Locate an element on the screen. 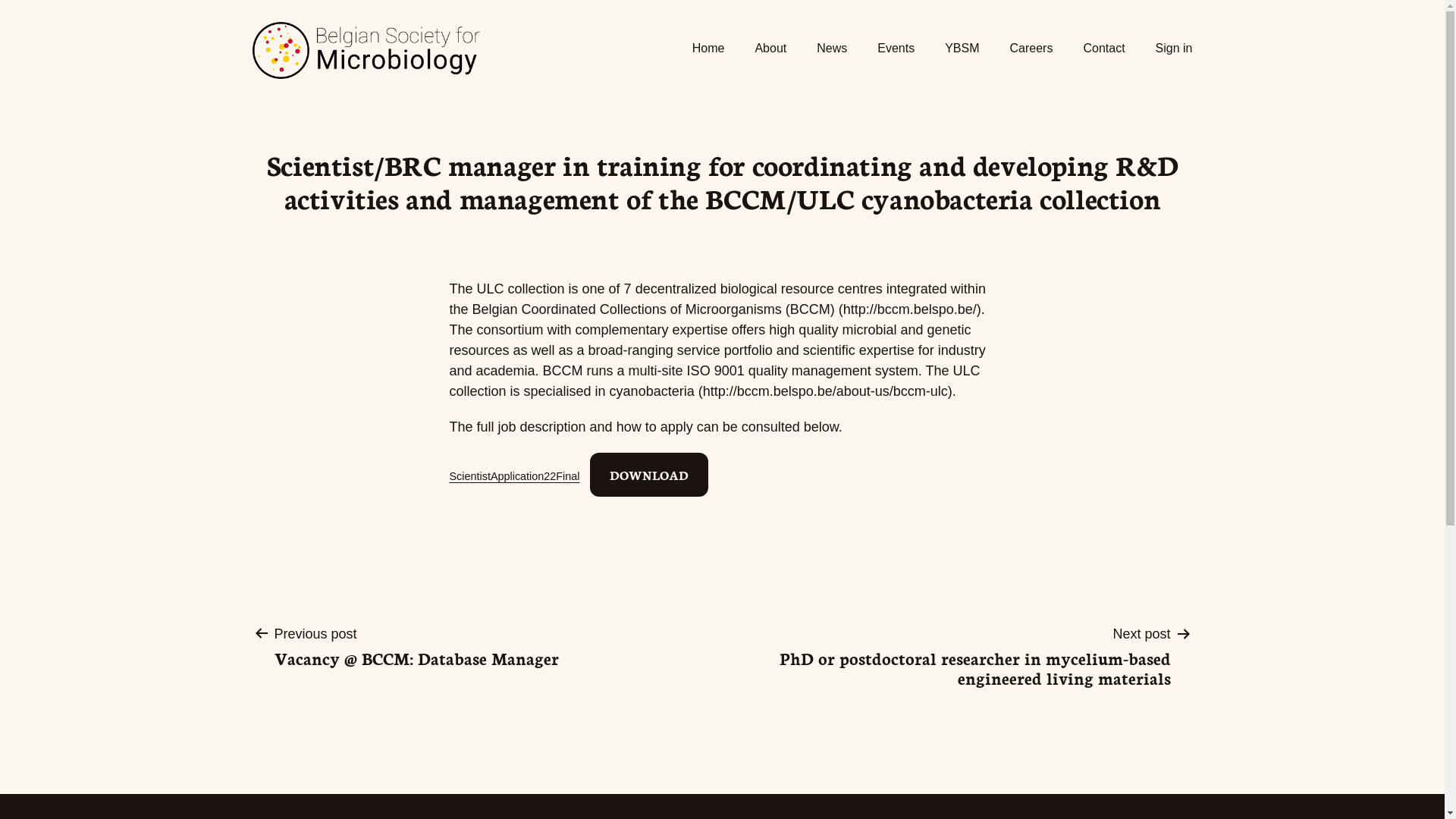  'News' is located at coordinates (831, 48).